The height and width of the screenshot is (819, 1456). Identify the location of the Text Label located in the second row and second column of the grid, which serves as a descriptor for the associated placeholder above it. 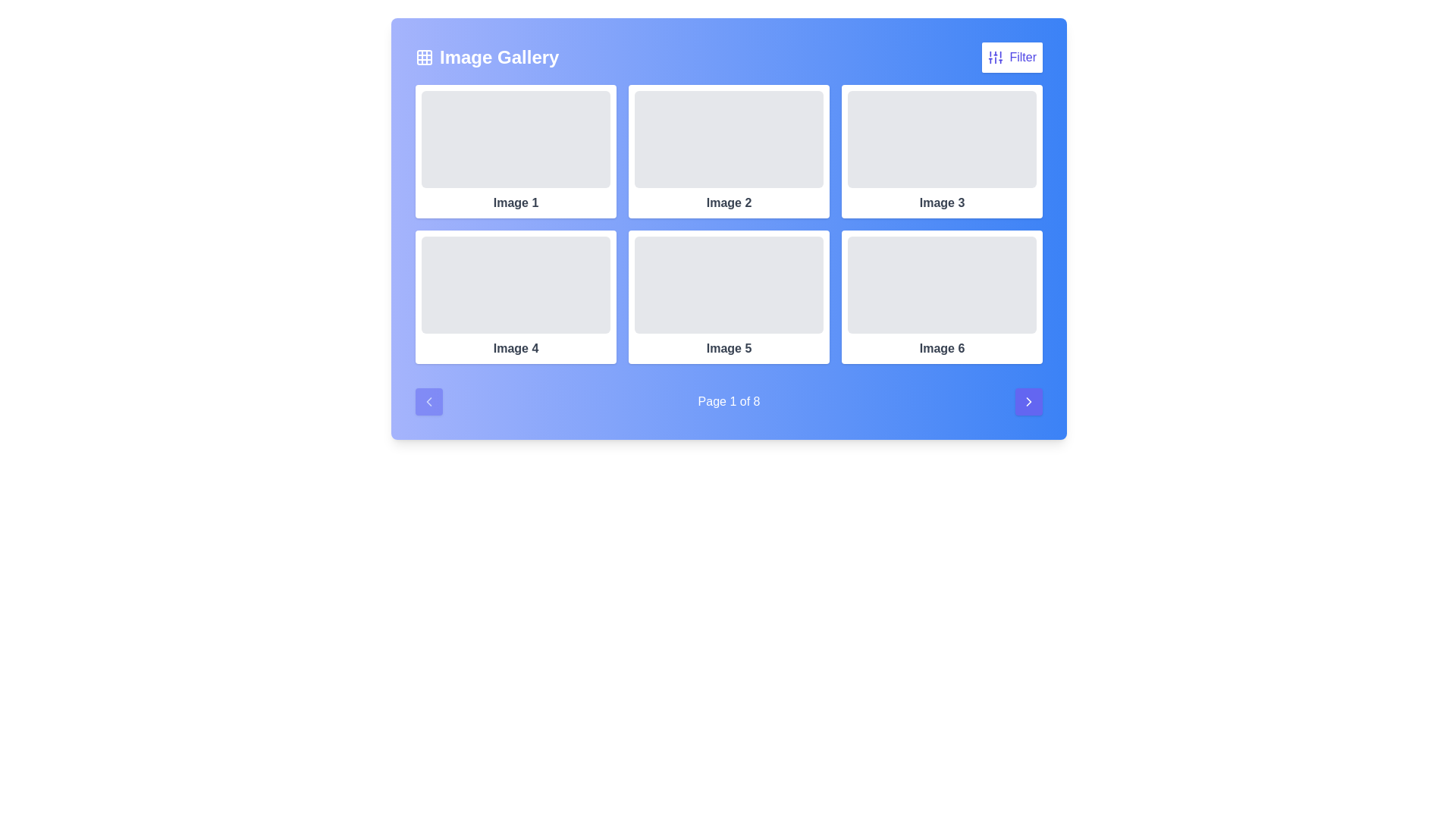
(729, 348).